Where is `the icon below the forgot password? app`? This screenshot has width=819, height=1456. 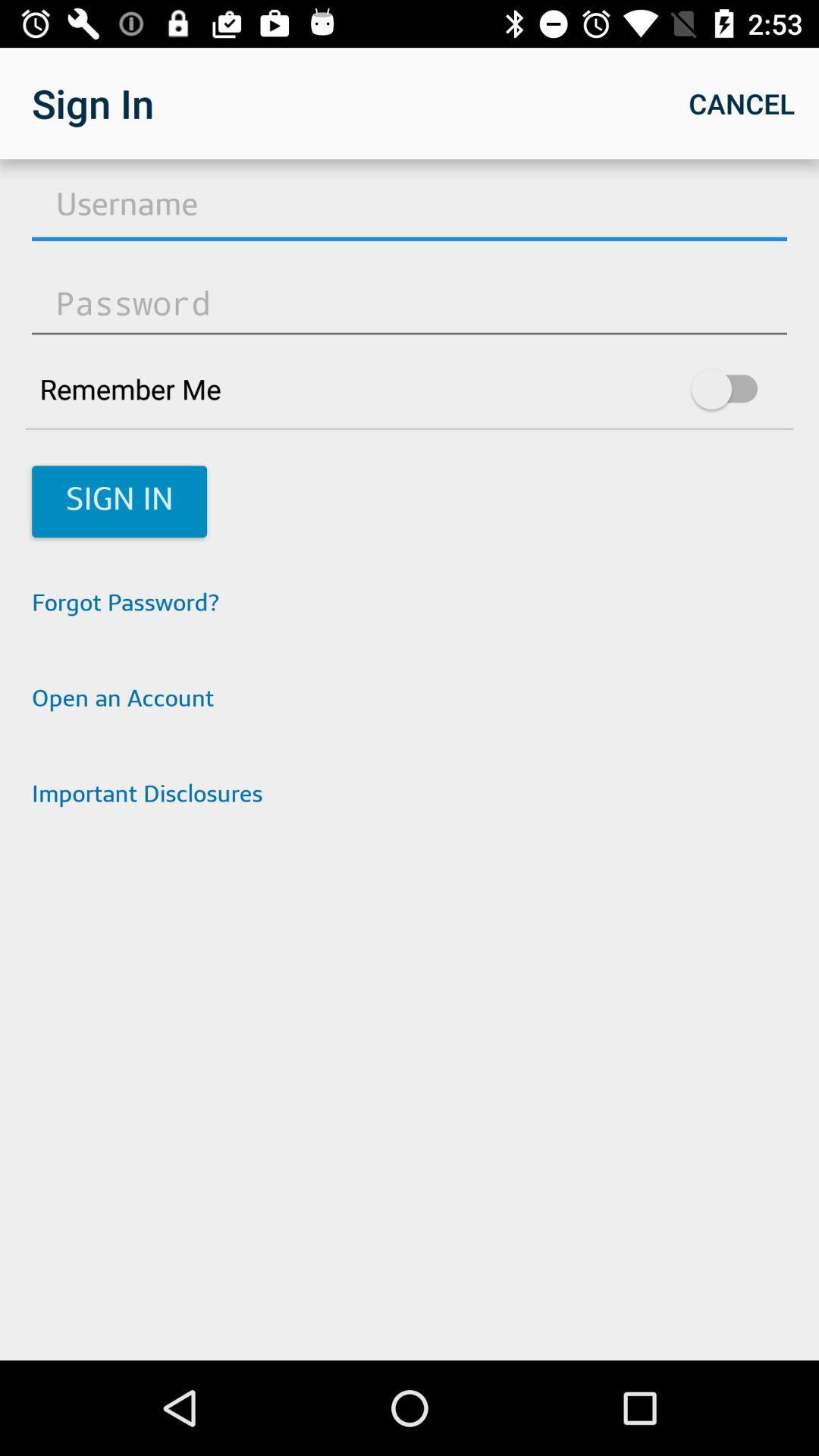
the icon below the forgot password? app is located at coordinates (409, 700).